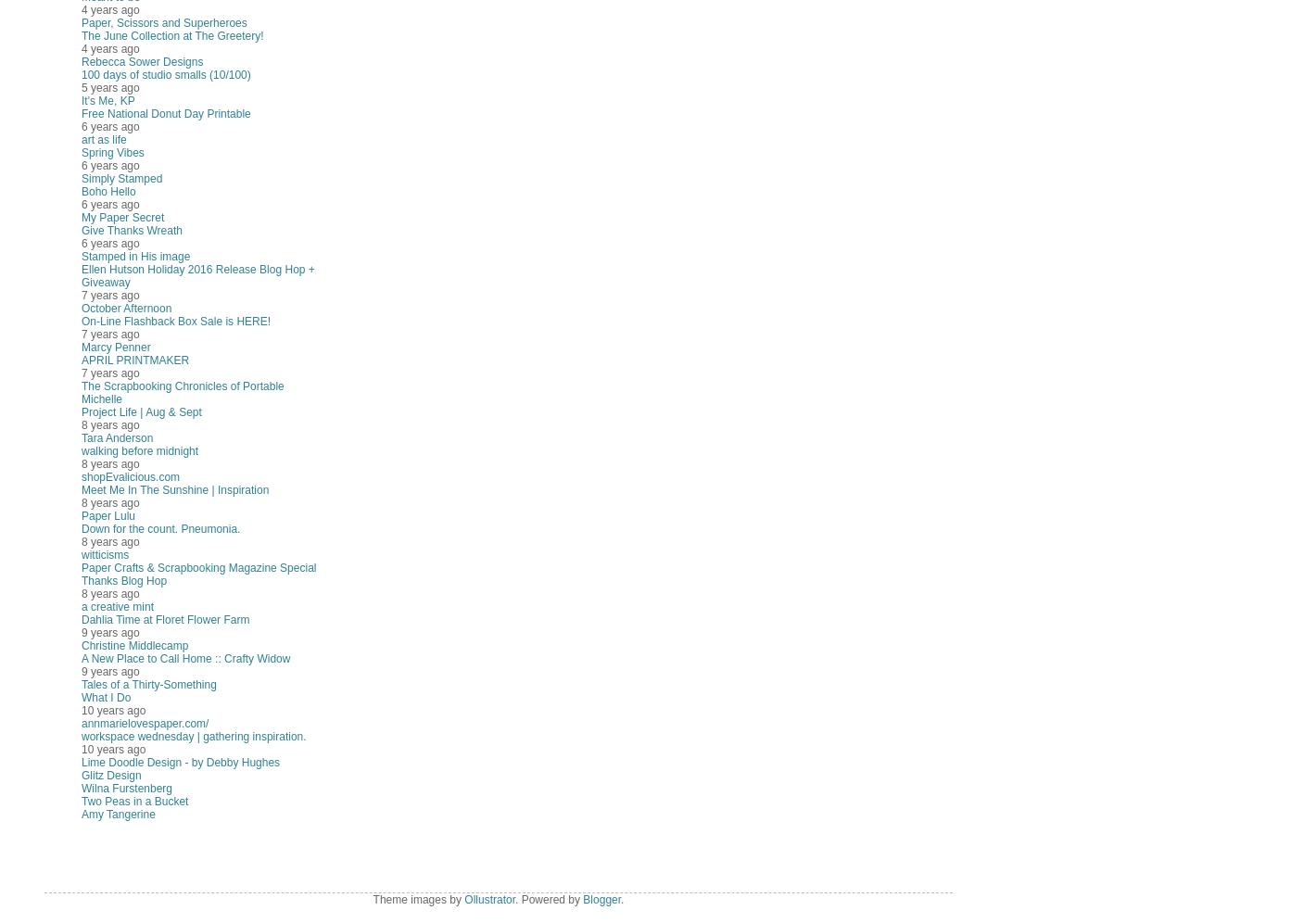 This screenshot has width=1316, height=923. I want to click on 'Ellen Hutson Holiday 2016 Release Blog Hop + Giveaway', so click(197, 275).